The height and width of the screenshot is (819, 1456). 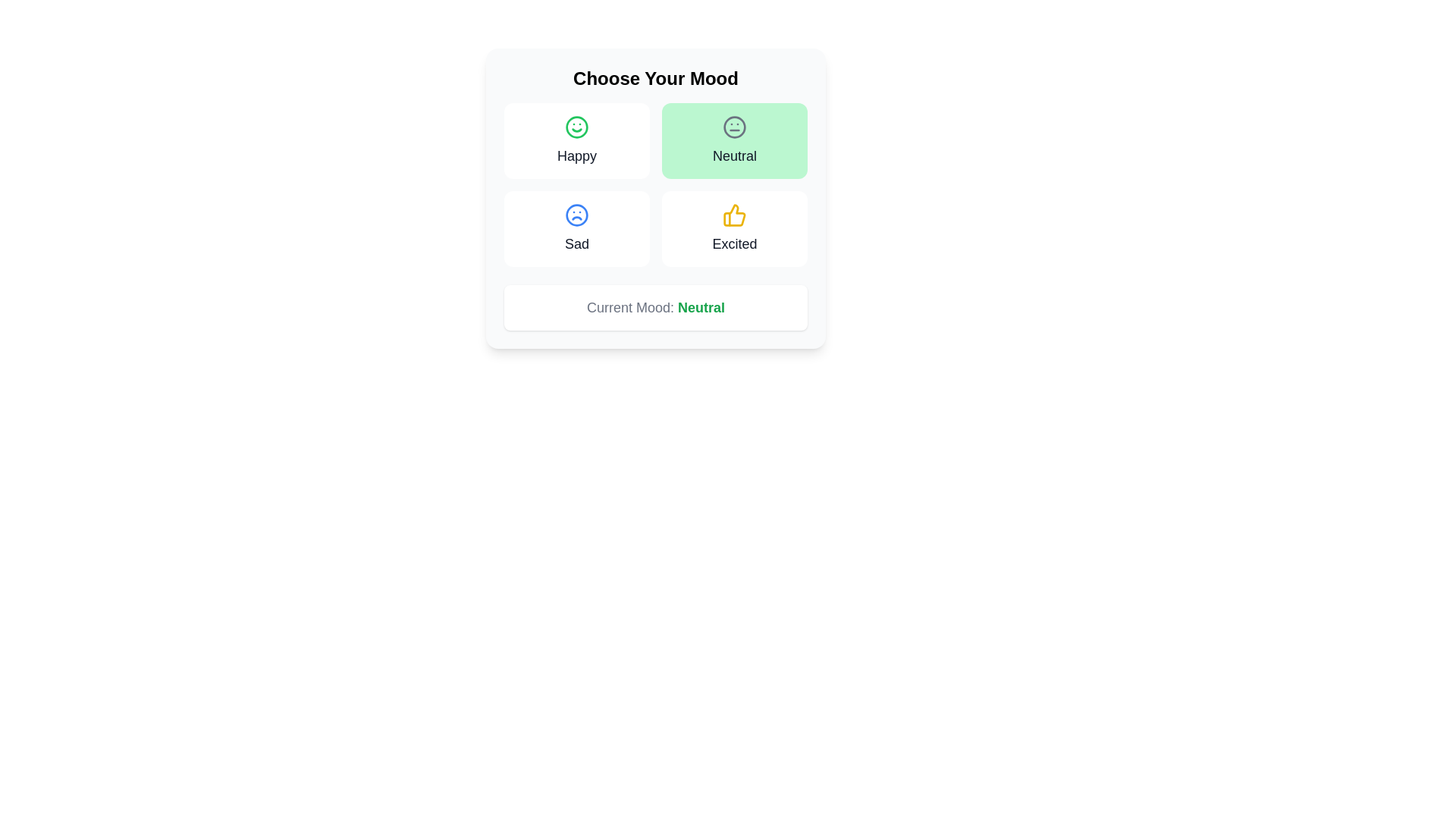 What do you see at coordinates (735, 127) in the screenshot?
I see `the neutral face icon, which is styled in gray and located at the top of the green box labeled 'Neutral' in the mood selector interface` at bounding box center [735, 127].